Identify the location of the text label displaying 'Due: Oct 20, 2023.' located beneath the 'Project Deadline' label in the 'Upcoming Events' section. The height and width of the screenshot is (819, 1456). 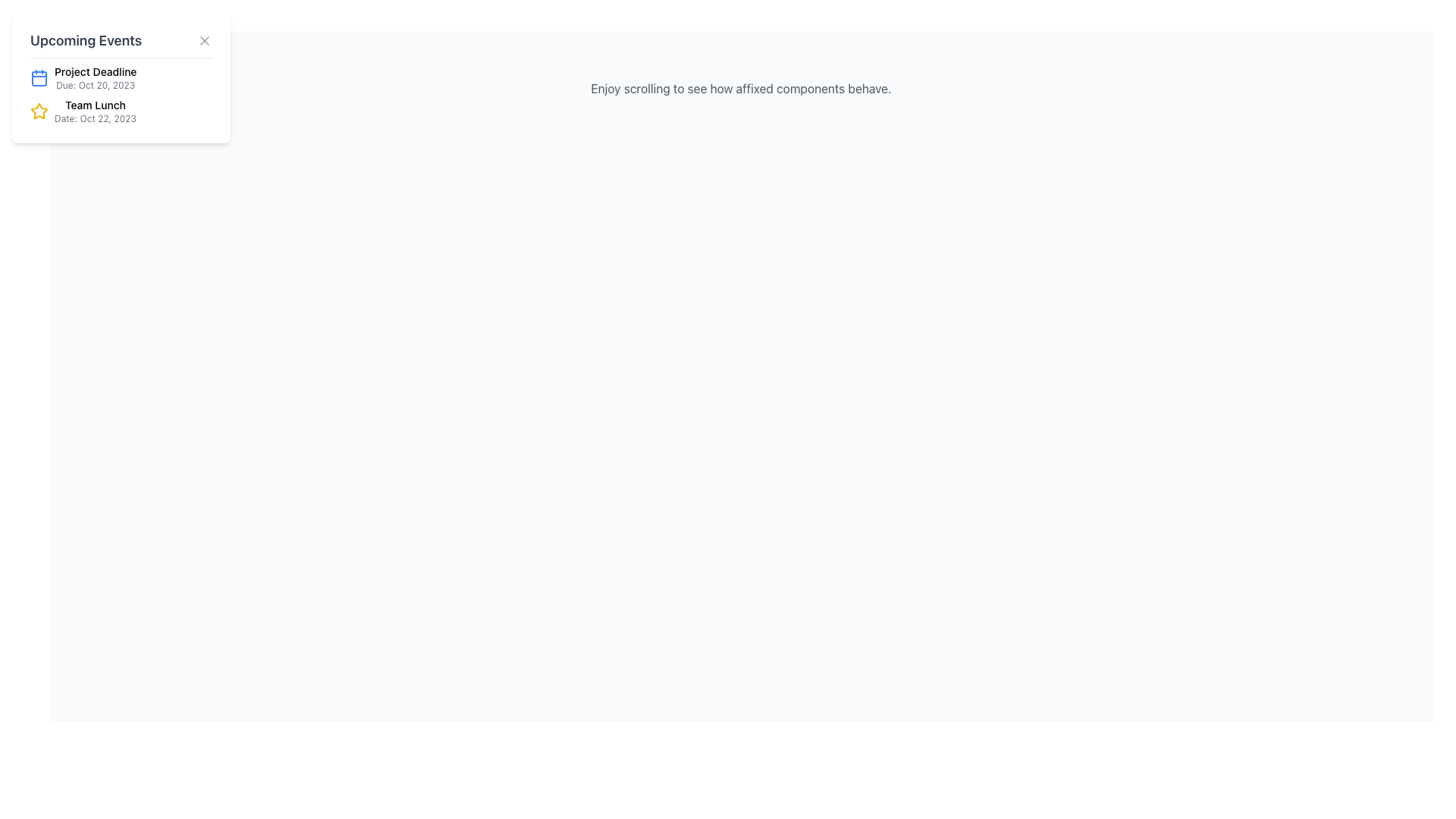
(95, 85).